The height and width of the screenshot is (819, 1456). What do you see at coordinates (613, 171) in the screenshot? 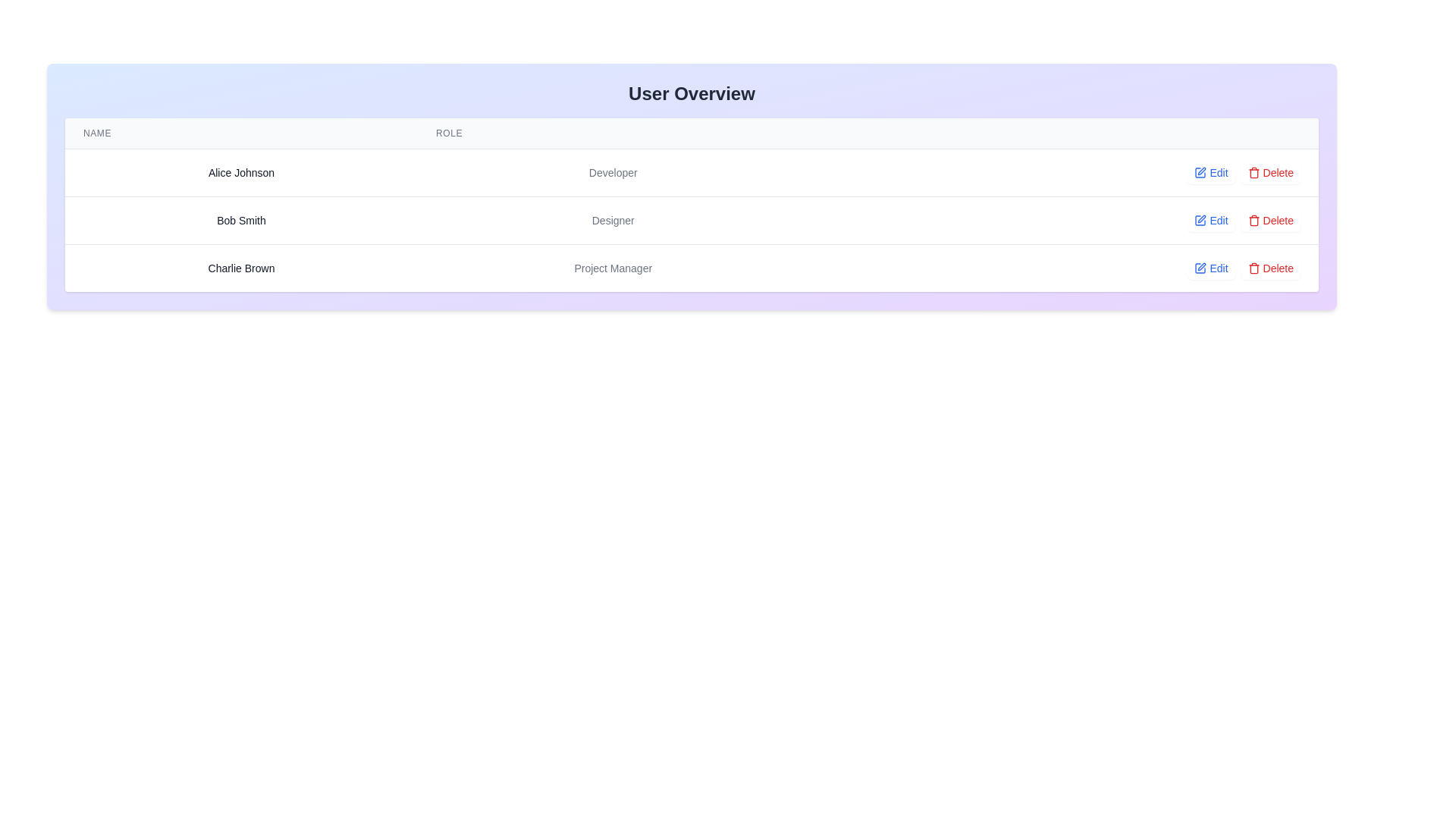
I see `the text label displaying the role associated with user 'Alice Johnson' in the user data table, located in the second column of the first row under the 'ROLE' header` at bounding box center [613, 171].